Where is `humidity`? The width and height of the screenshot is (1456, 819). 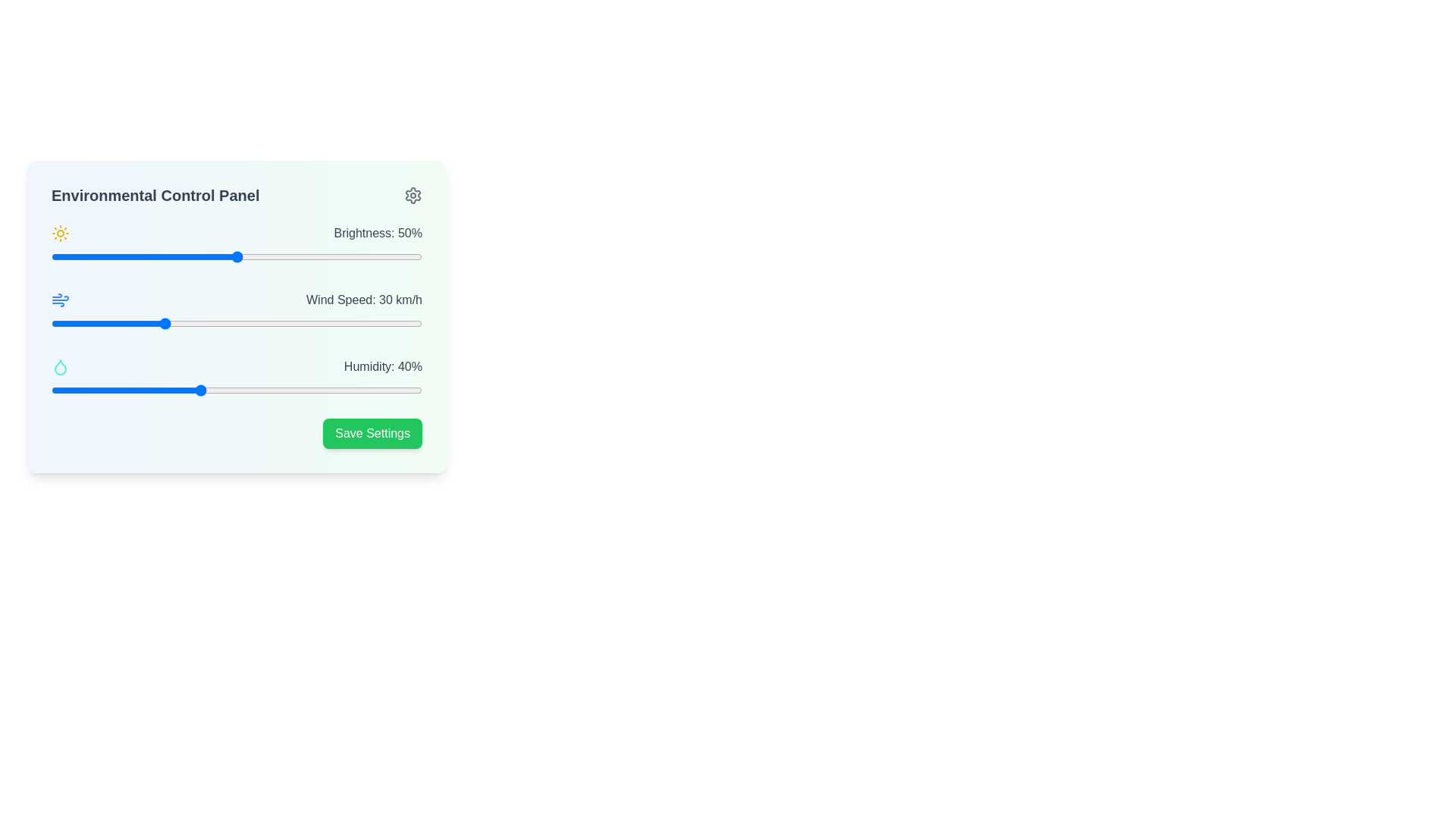 humidity is located at coordinates (358, 390).